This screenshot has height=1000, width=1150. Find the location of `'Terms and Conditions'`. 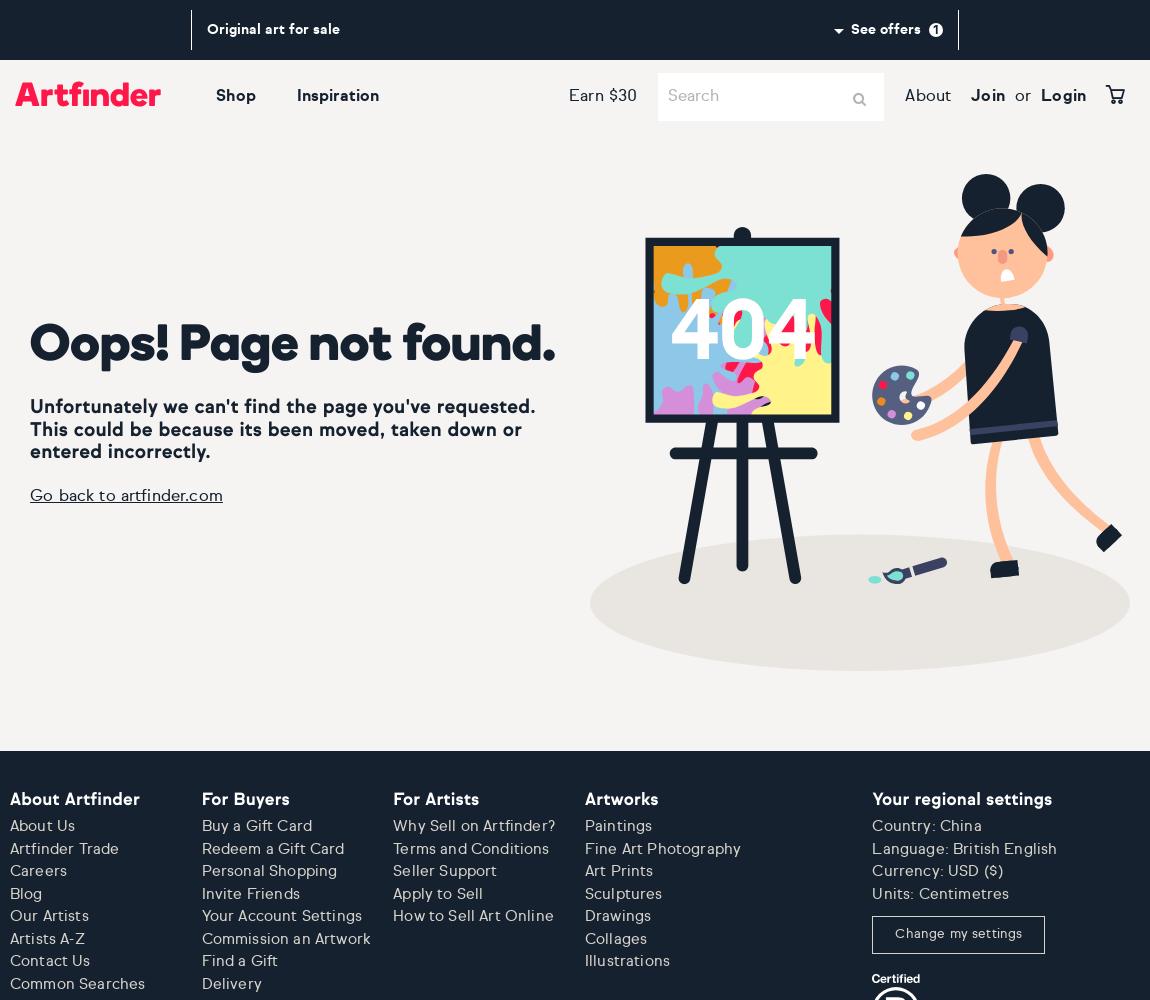

'Terms and Conditions' is located at coordinates (392, 847).